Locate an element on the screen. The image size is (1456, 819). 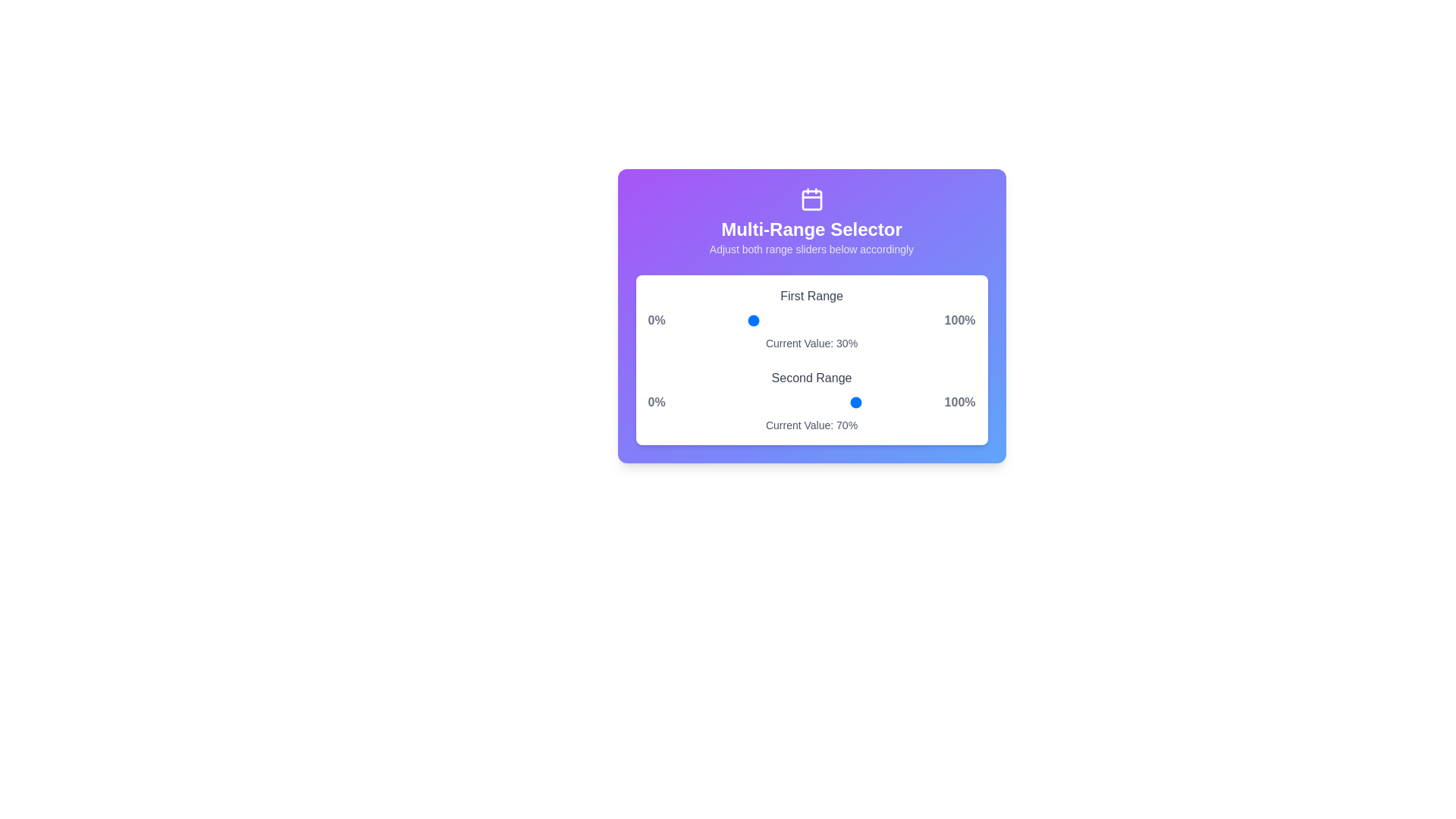
the first range slider value is located at coordinates (893, 320).